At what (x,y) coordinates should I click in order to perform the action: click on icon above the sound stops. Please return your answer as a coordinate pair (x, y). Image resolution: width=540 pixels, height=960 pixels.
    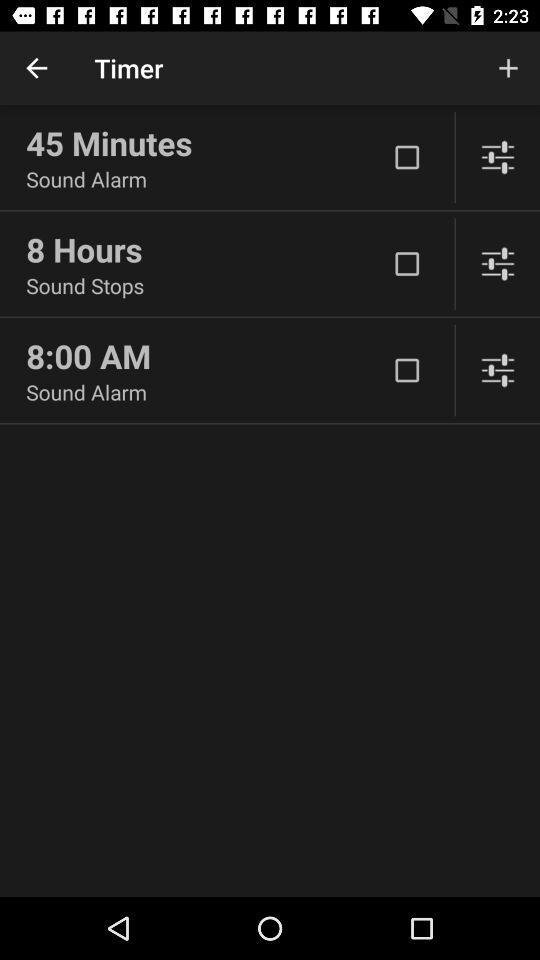
    Looking at the image, I should click on (205, 248).